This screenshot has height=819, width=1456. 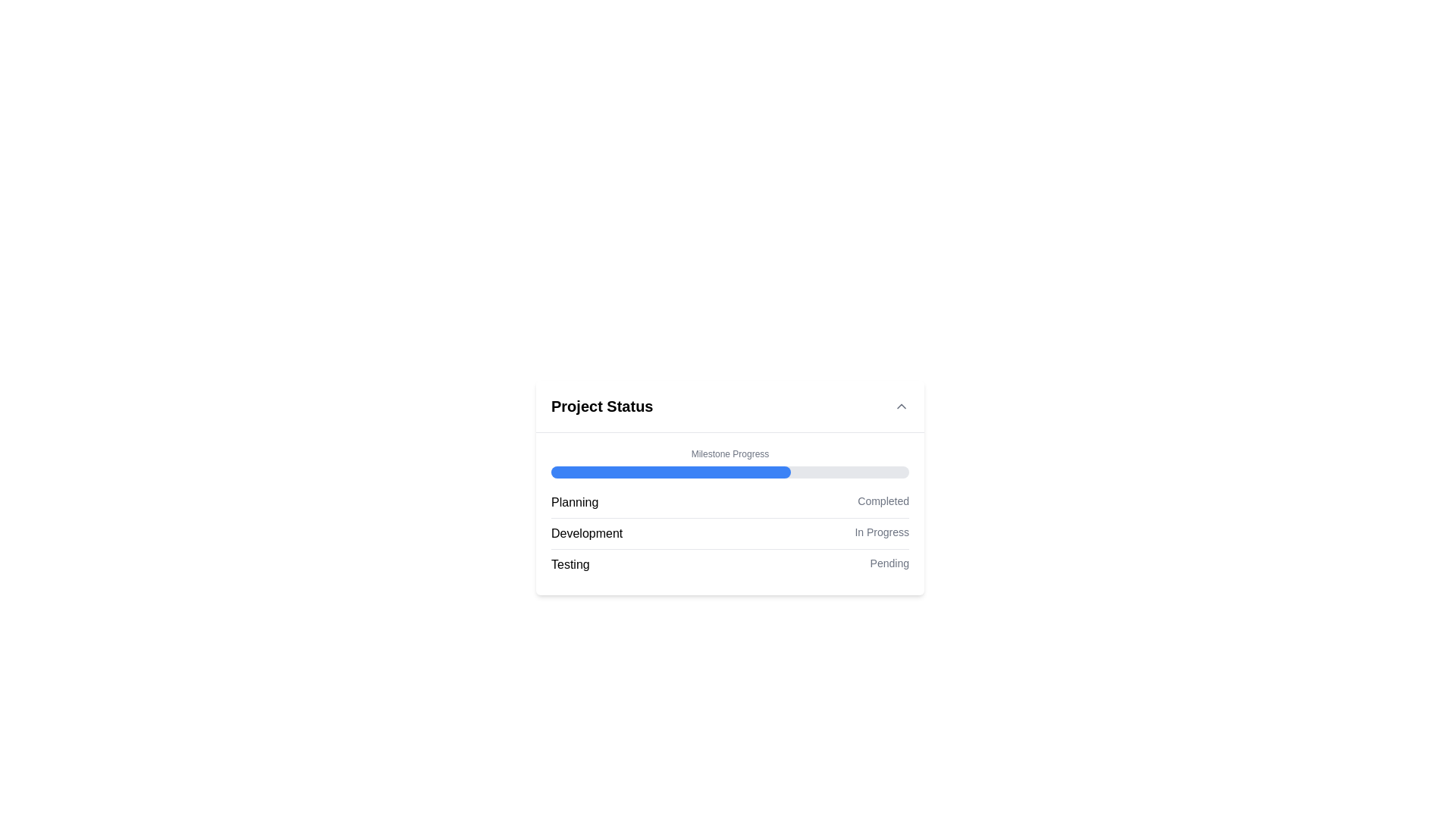 What do you see at coordinates (730, 462) in the screenshot?
I see `the 'Milestone Progress' progress bar, which is visually represented with a blue-filled bar against a gray background, located below the 'Project Status' heading` at bounding box center [730, 462].